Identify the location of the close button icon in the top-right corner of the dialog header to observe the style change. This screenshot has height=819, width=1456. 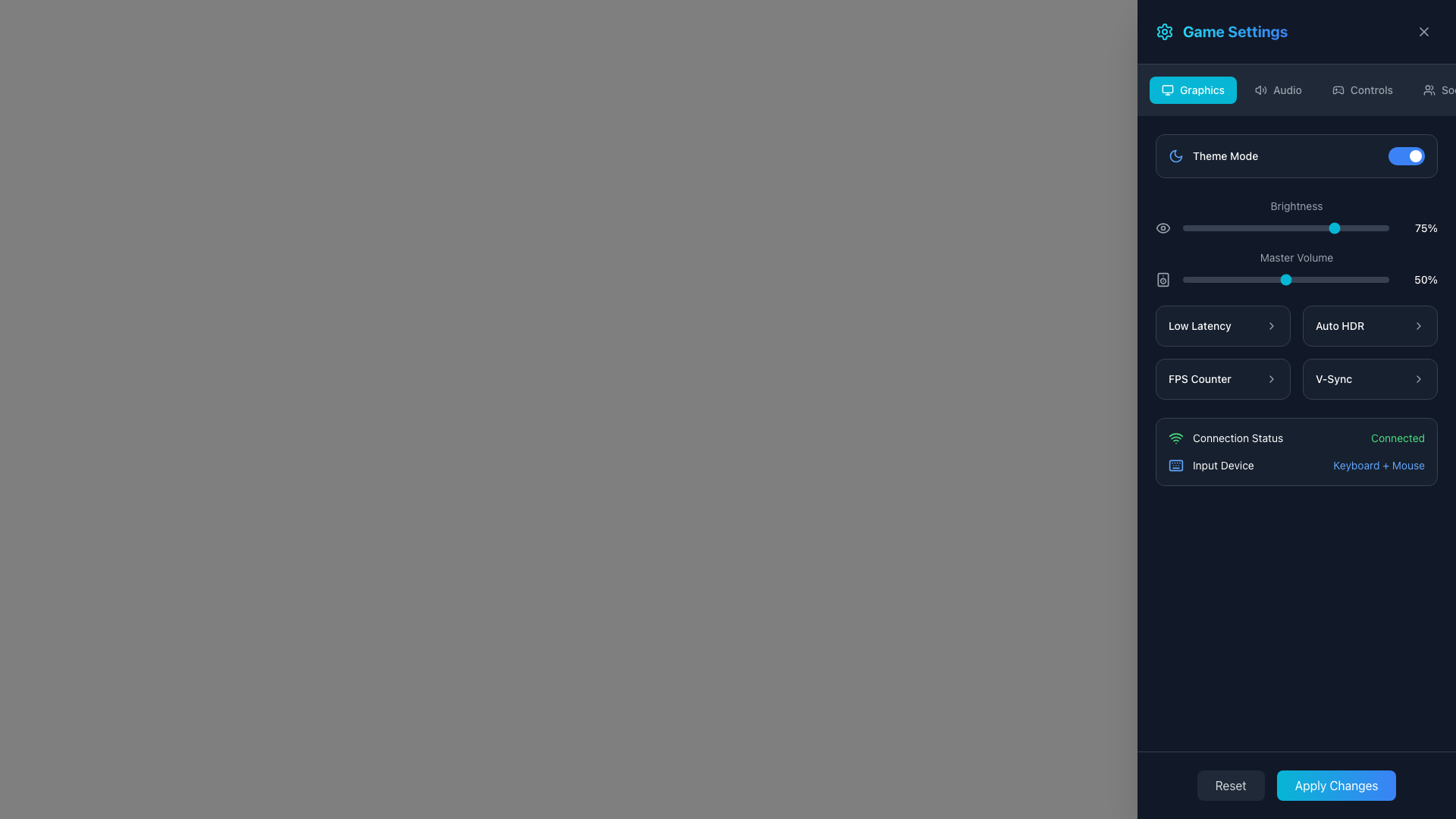
(1423, 32).